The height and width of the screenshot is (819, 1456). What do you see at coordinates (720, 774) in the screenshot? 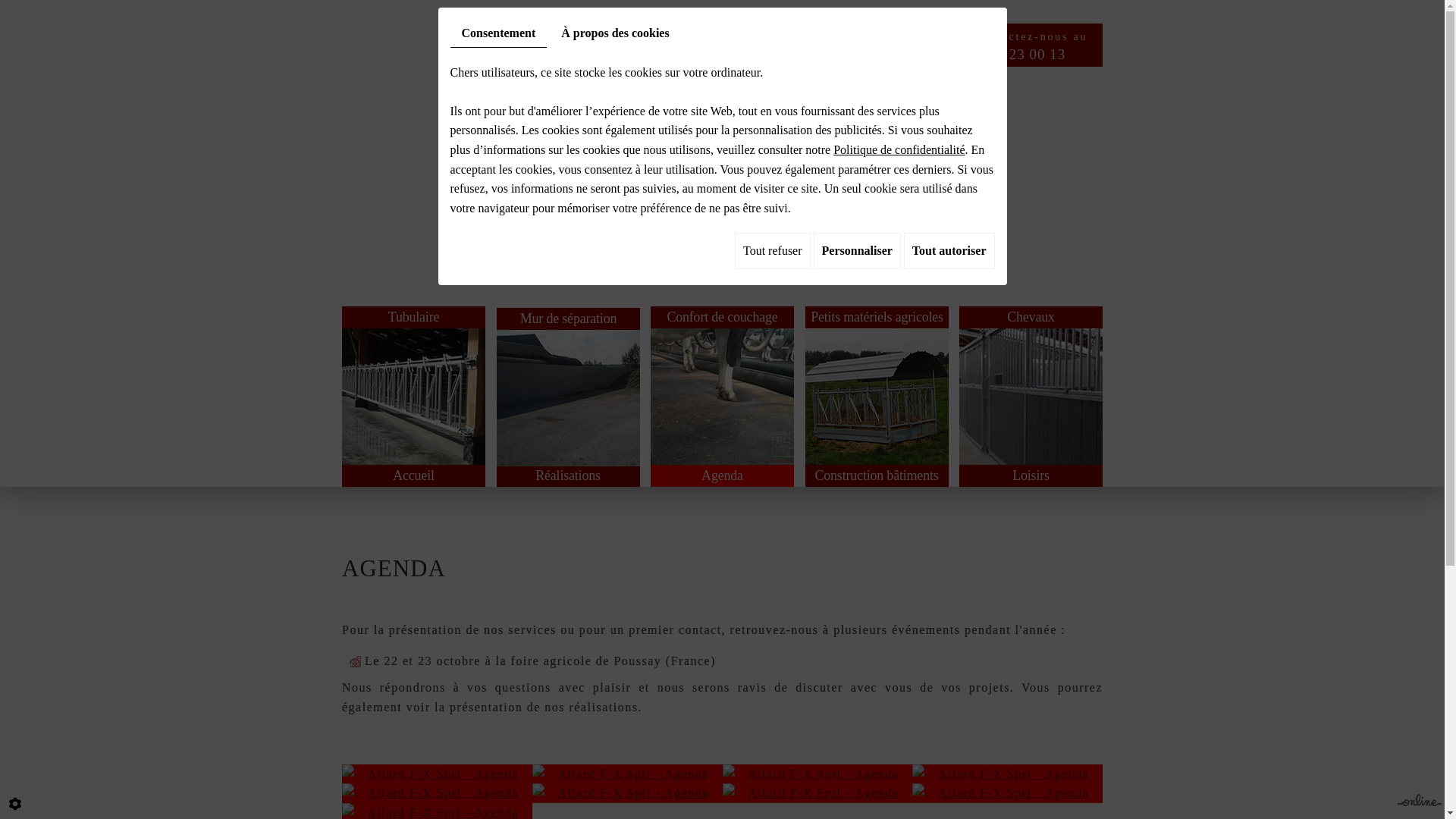
I see `'Allard F-X Sprl -  Agenda Agribex'` at bounding box center [720, 774].